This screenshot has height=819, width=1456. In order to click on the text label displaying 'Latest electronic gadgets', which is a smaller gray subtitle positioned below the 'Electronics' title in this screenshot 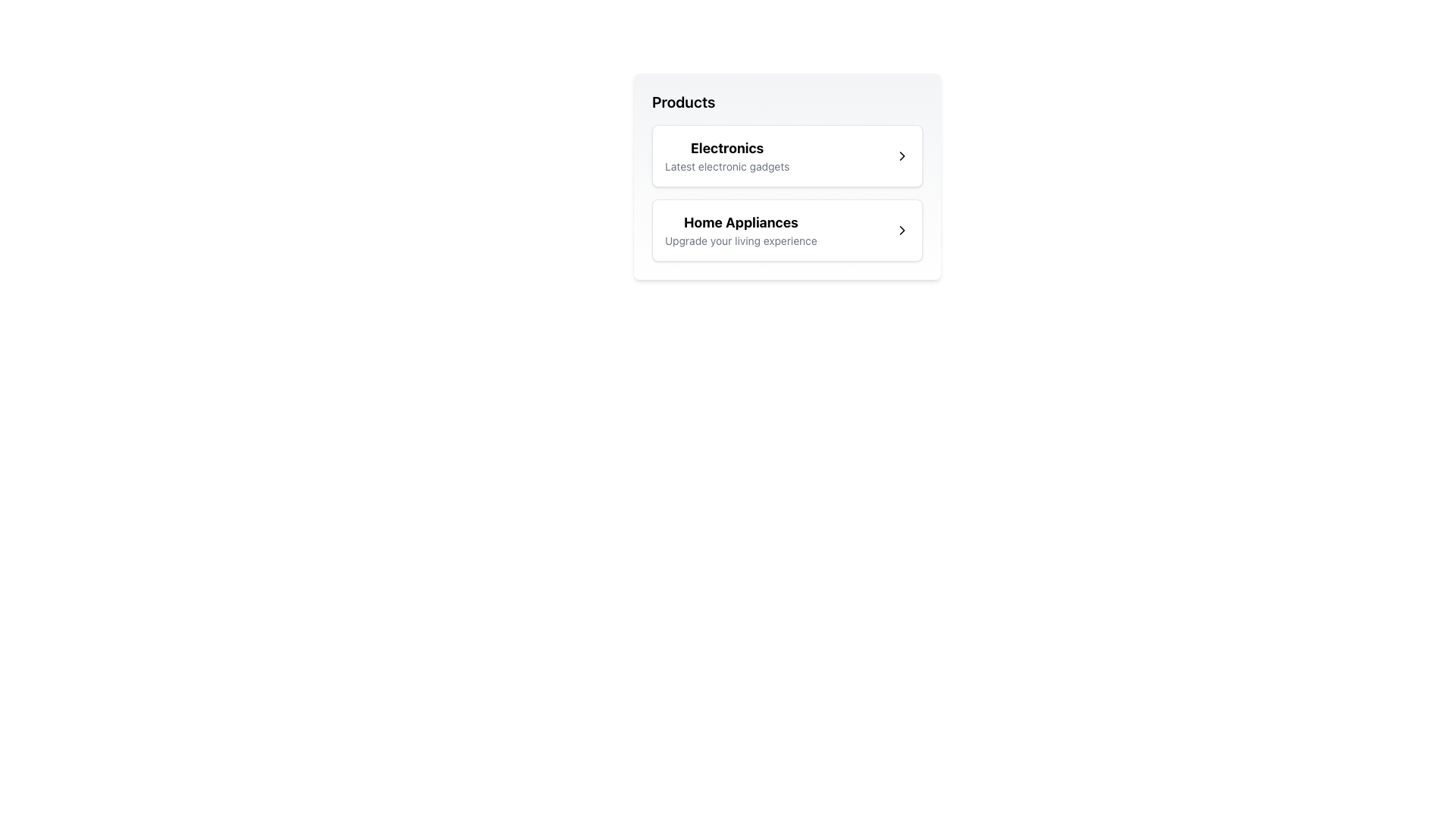, I will do `click(726, 166)`.